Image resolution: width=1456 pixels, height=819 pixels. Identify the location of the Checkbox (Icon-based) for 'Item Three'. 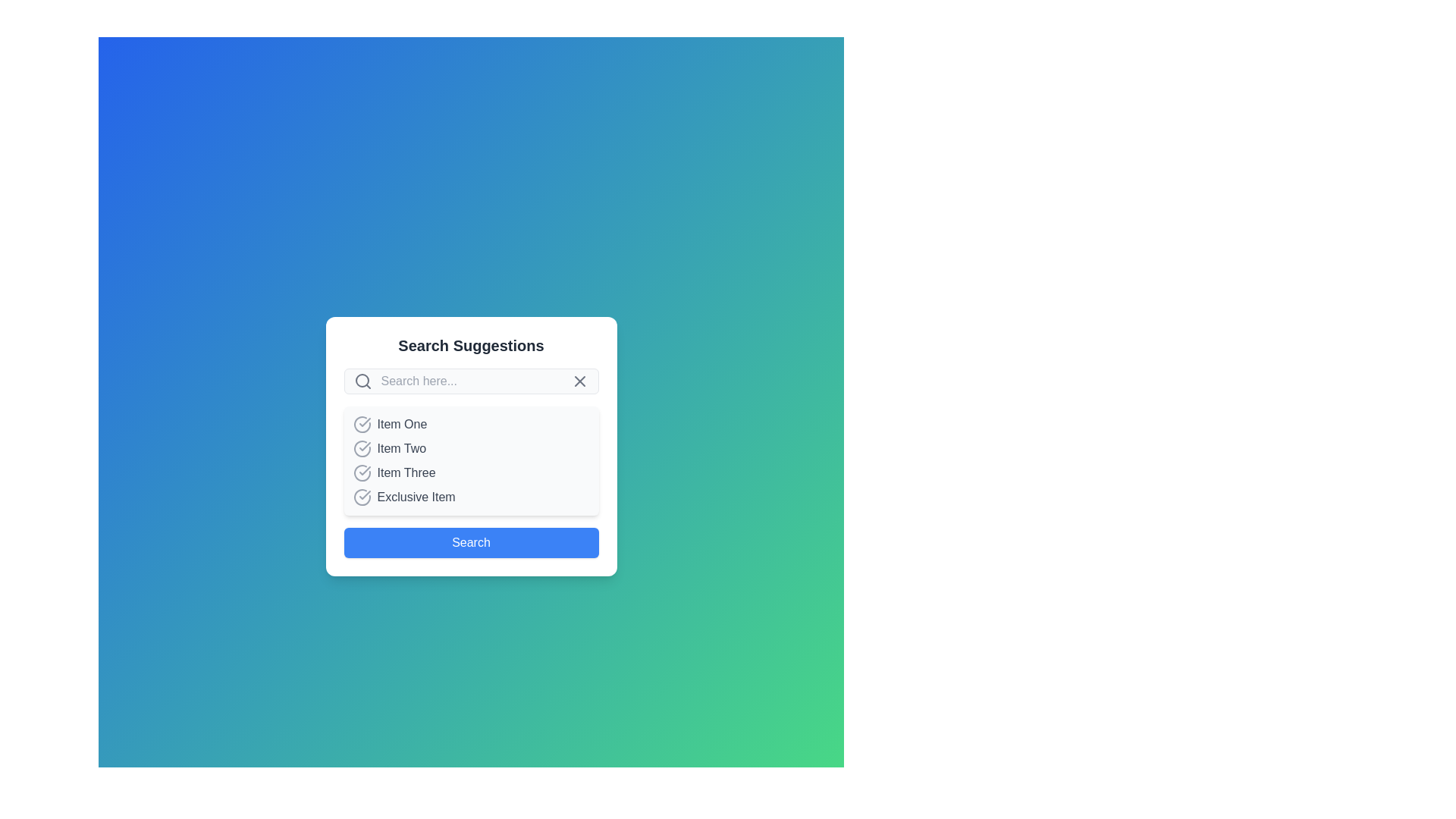
(361, 472).